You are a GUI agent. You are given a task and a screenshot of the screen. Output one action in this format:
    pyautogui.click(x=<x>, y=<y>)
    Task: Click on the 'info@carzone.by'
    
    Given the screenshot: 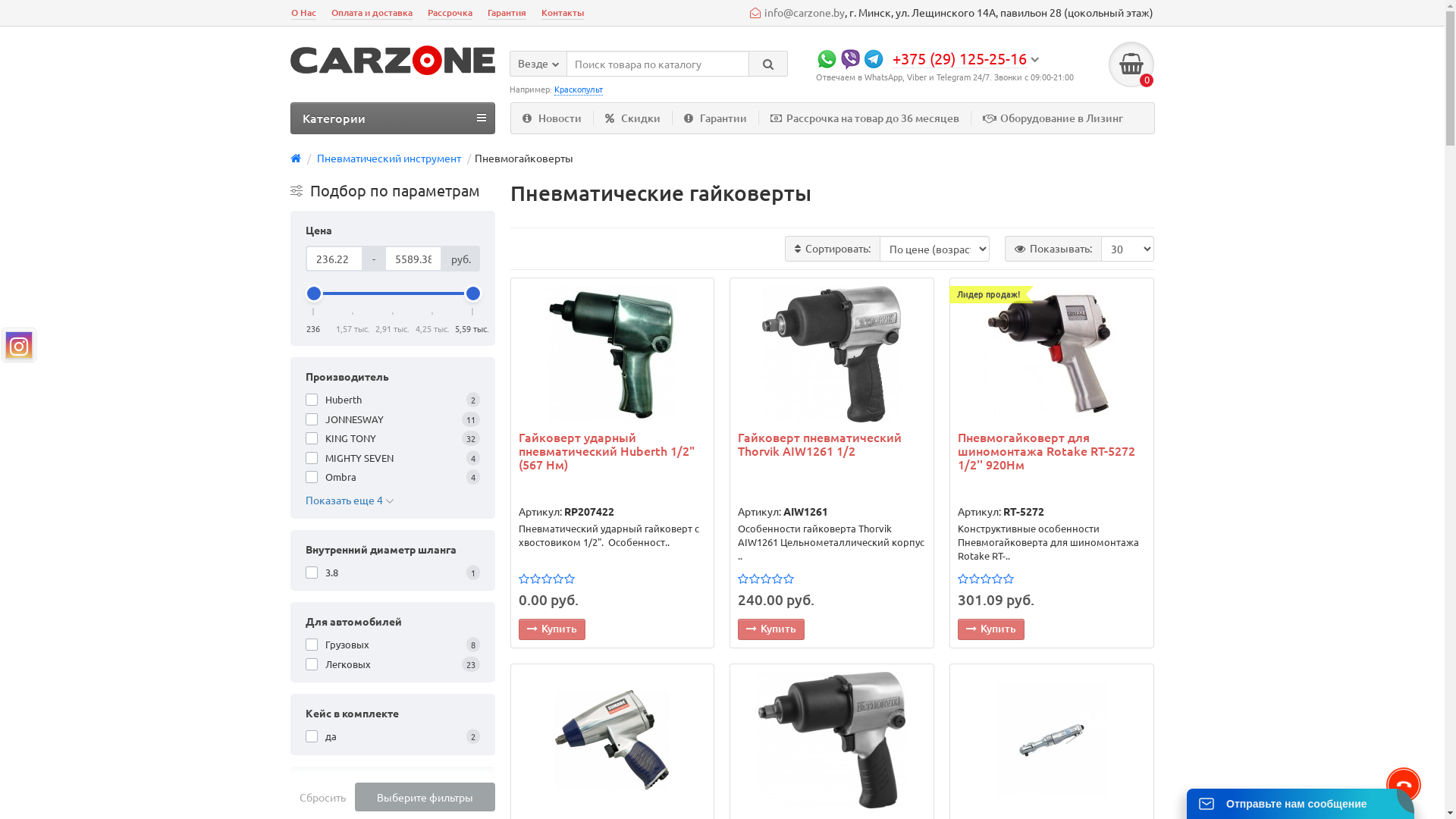 What is the action you would take?
    pyautogui.click(x=749, y=11)
    